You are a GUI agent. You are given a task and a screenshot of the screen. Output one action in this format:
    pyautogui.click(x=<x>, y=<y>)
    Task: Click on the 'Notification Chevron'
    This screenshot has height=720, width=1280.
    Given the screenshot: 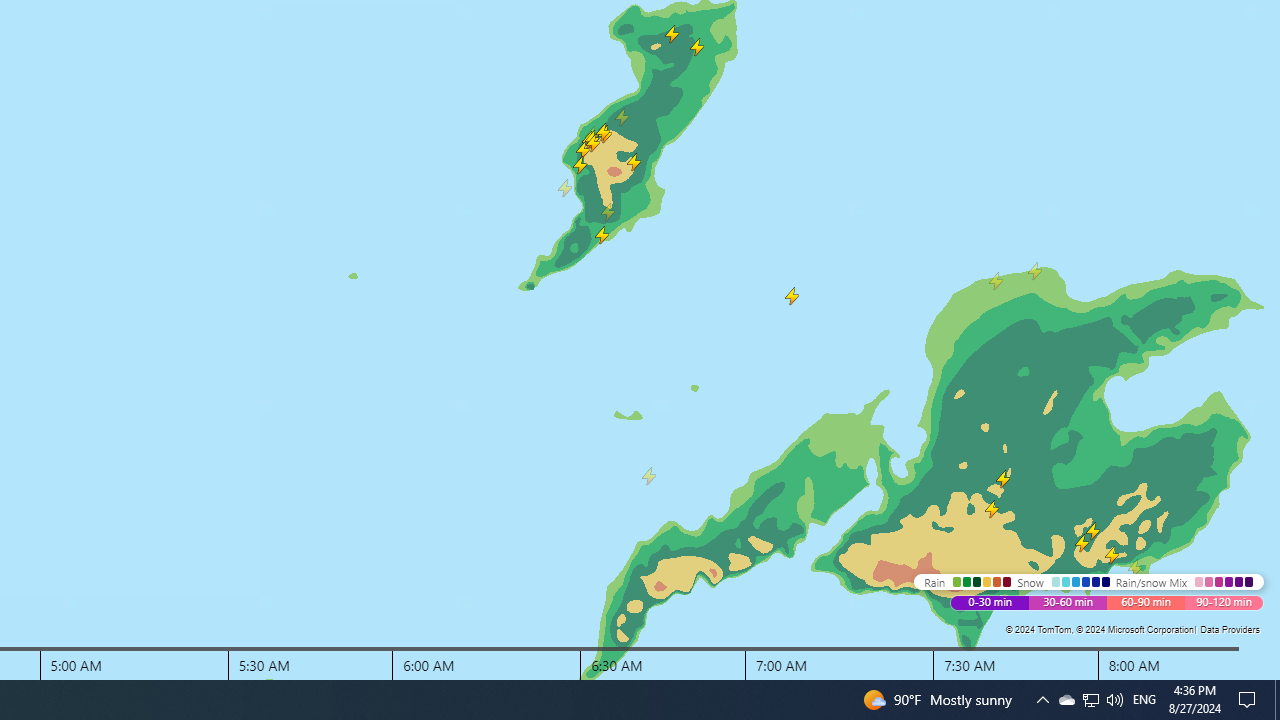 What is the action you would take?
    pyautogui.click(x=1041, y=698)
    